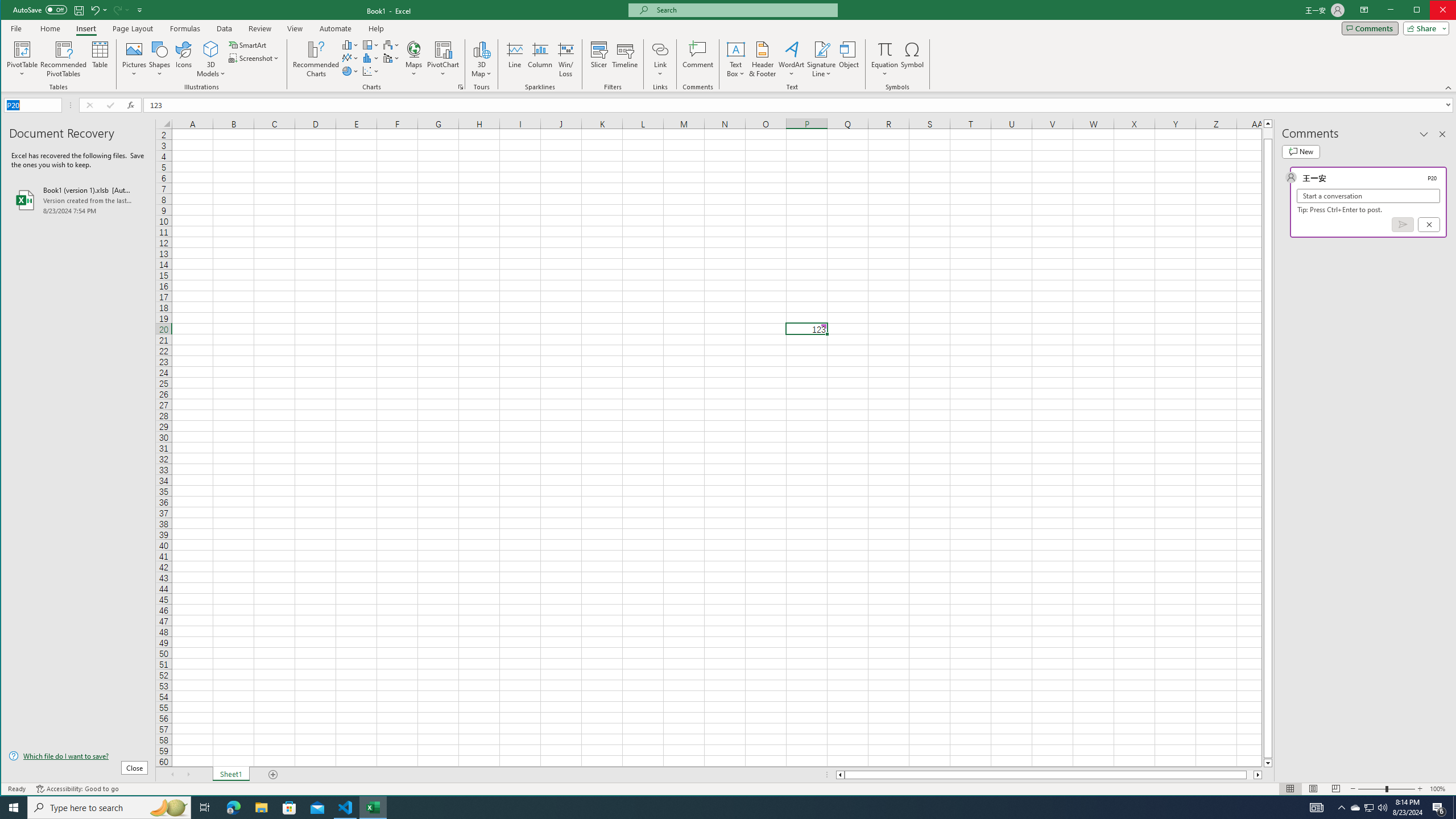 Image resolution: width=1456 pixels, height=819 pixels. I want to click on 'PivotChart', so click(442, 48).